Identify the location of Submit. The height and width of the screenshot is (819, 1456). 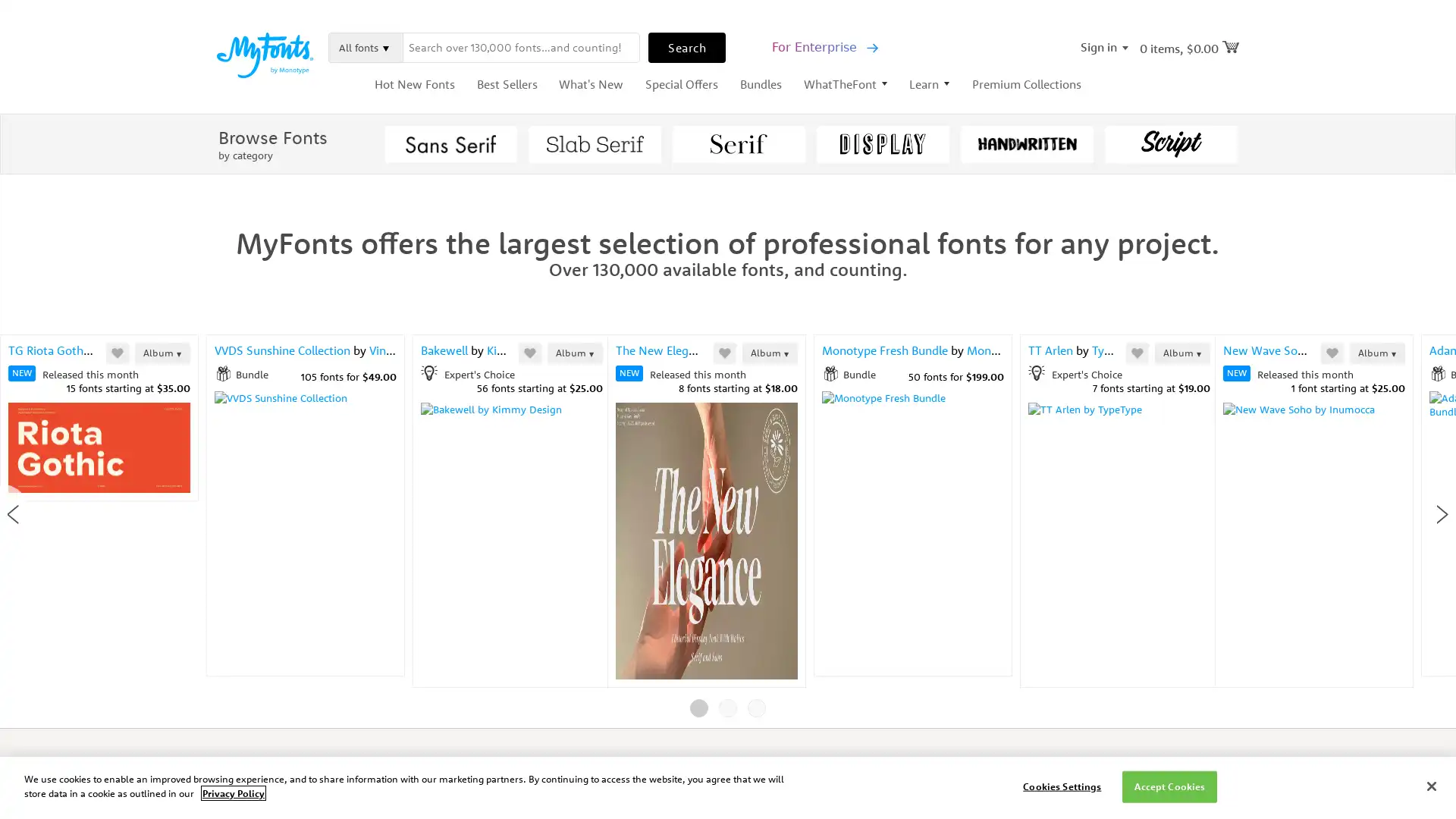
(864, 371).